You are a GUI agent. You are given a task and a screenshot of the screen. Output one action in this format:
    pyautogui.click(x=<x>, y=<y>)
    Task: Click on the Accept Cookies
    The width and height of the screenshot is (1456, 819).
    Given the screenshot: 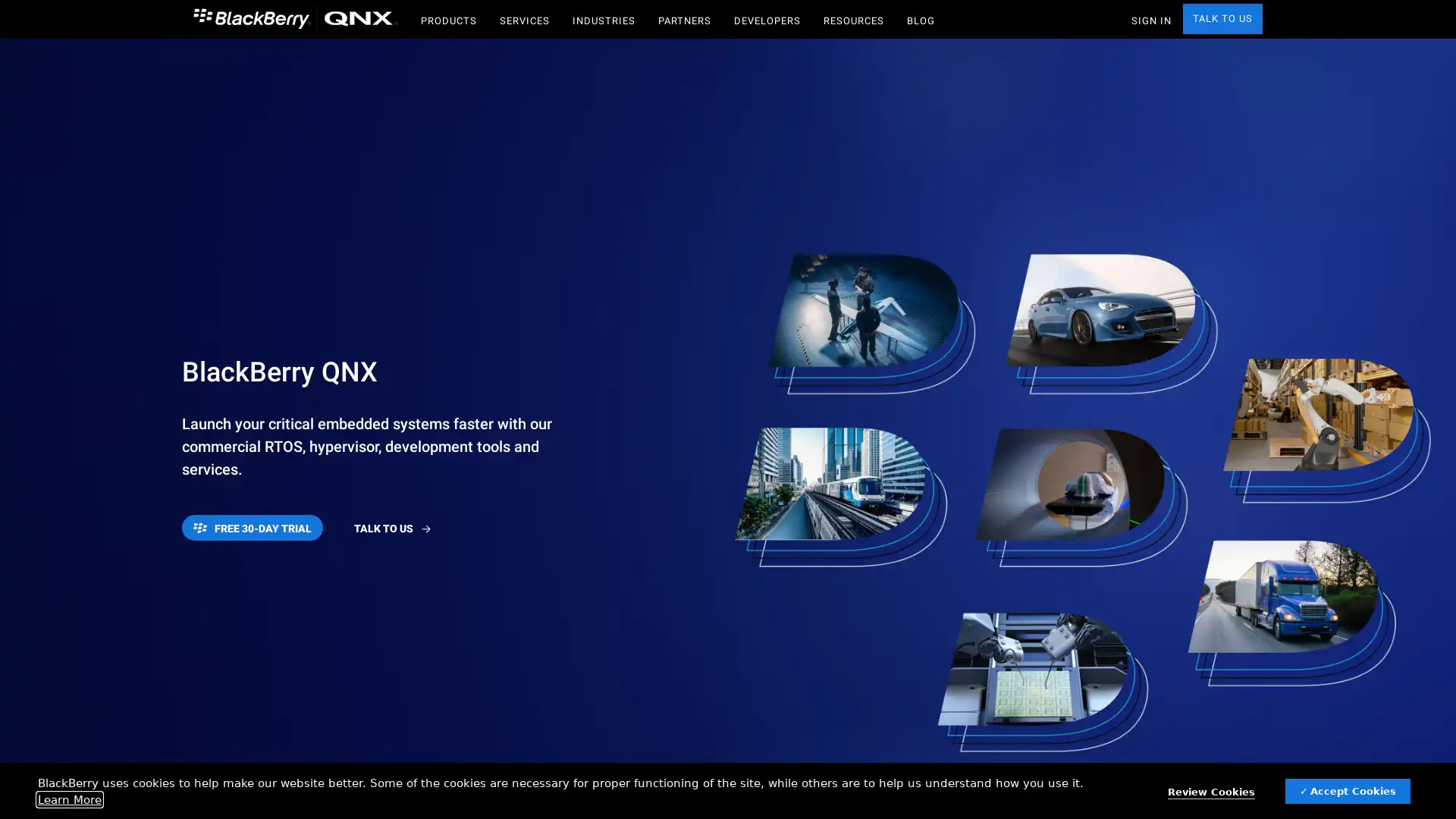 What is the action you would take?
    pyautogui.click(x=1348, y=790)
    